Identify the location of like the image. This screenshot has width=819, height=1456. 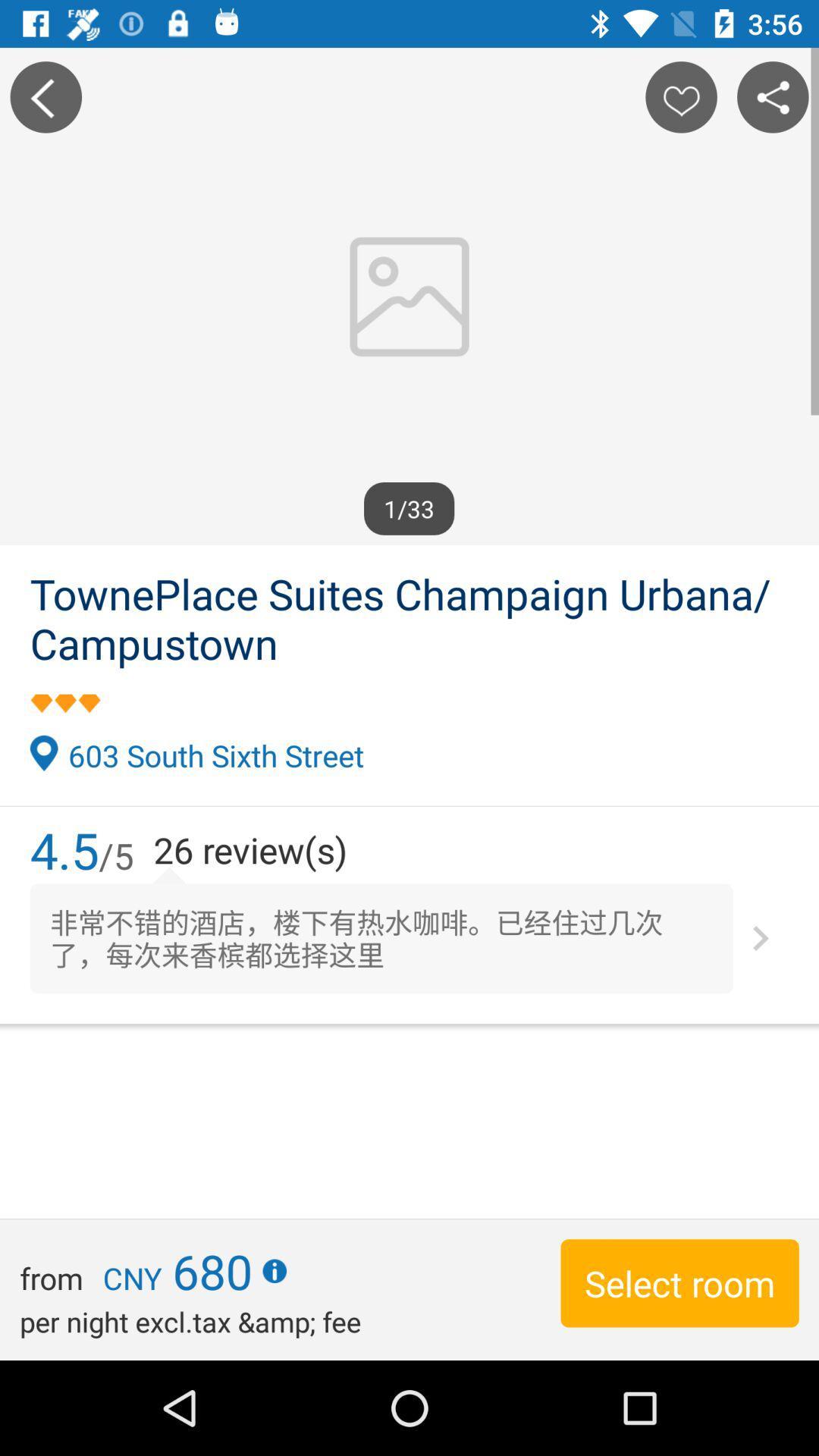
(680, 96).